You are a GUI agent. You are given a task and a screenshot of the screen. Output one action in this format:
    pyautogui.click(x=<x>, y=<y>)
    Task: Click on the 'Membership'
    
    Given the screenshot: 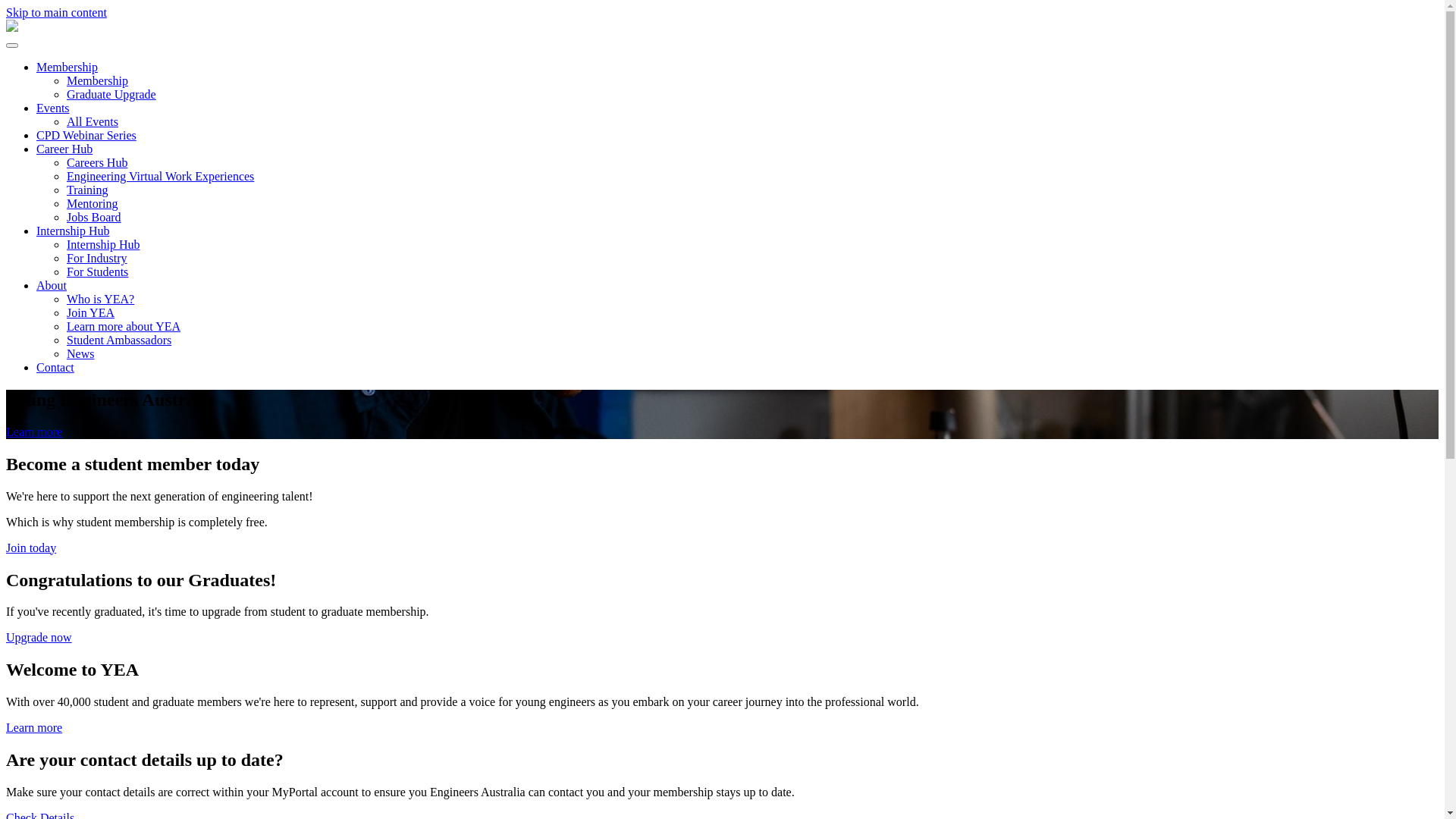 What is the action you would take?
    pyautogui.click(x=96, y=80)
    